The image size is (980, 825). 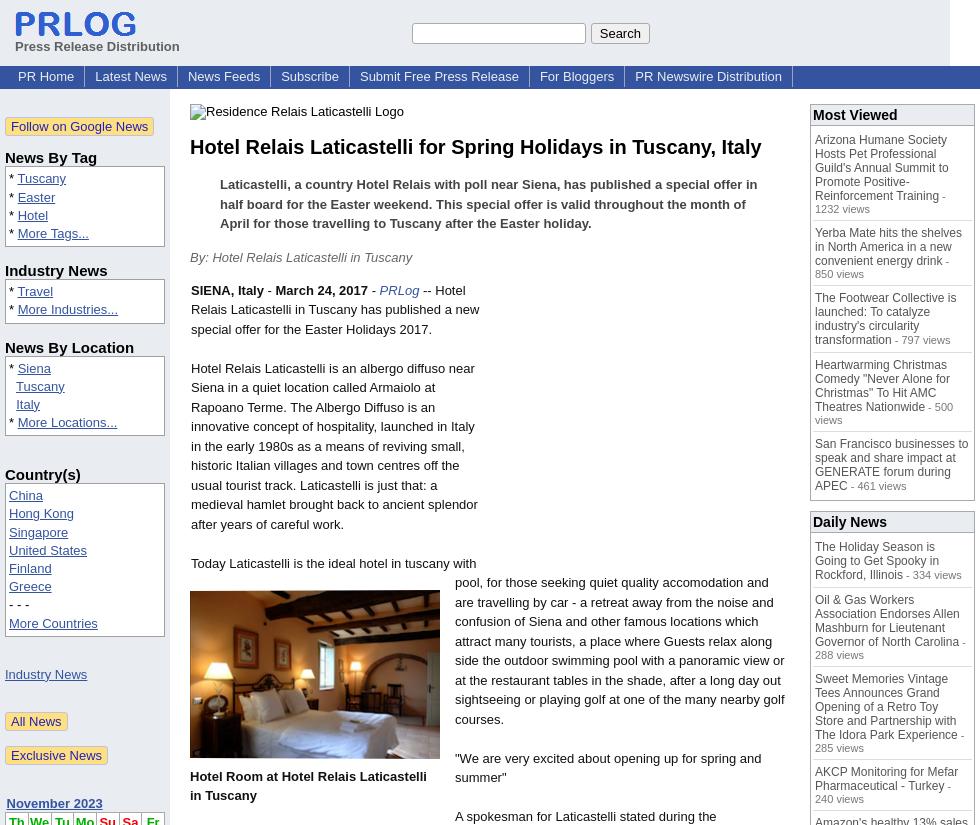 What do you see at coordinates (97, 46) in the screenshot?
I see `'Press Release Distribution'` at bounding box center [97, 46].